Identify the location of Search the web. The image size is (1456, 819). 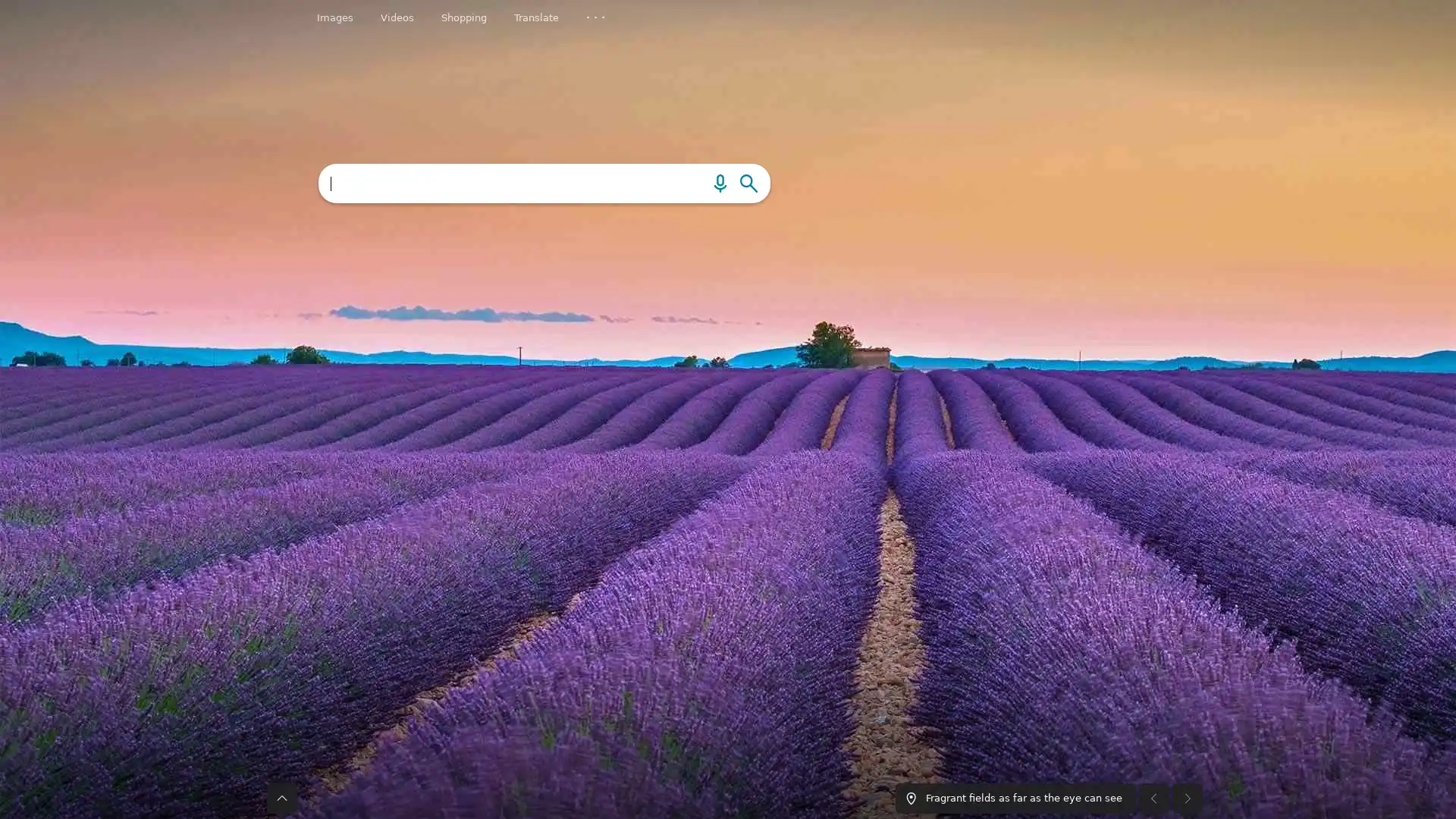
(748, 182).